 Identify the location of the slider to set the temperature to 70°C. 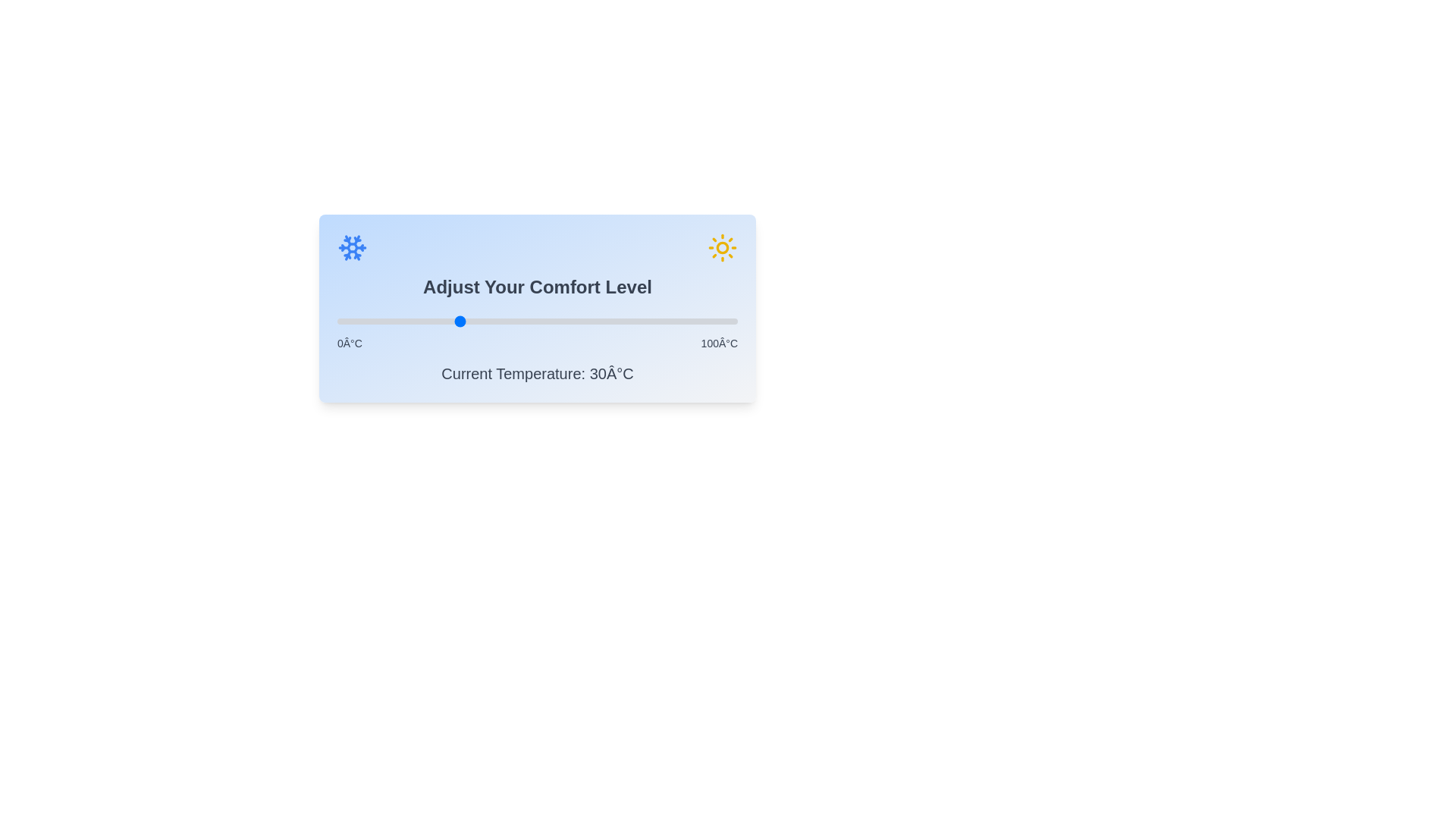
(617, 321).